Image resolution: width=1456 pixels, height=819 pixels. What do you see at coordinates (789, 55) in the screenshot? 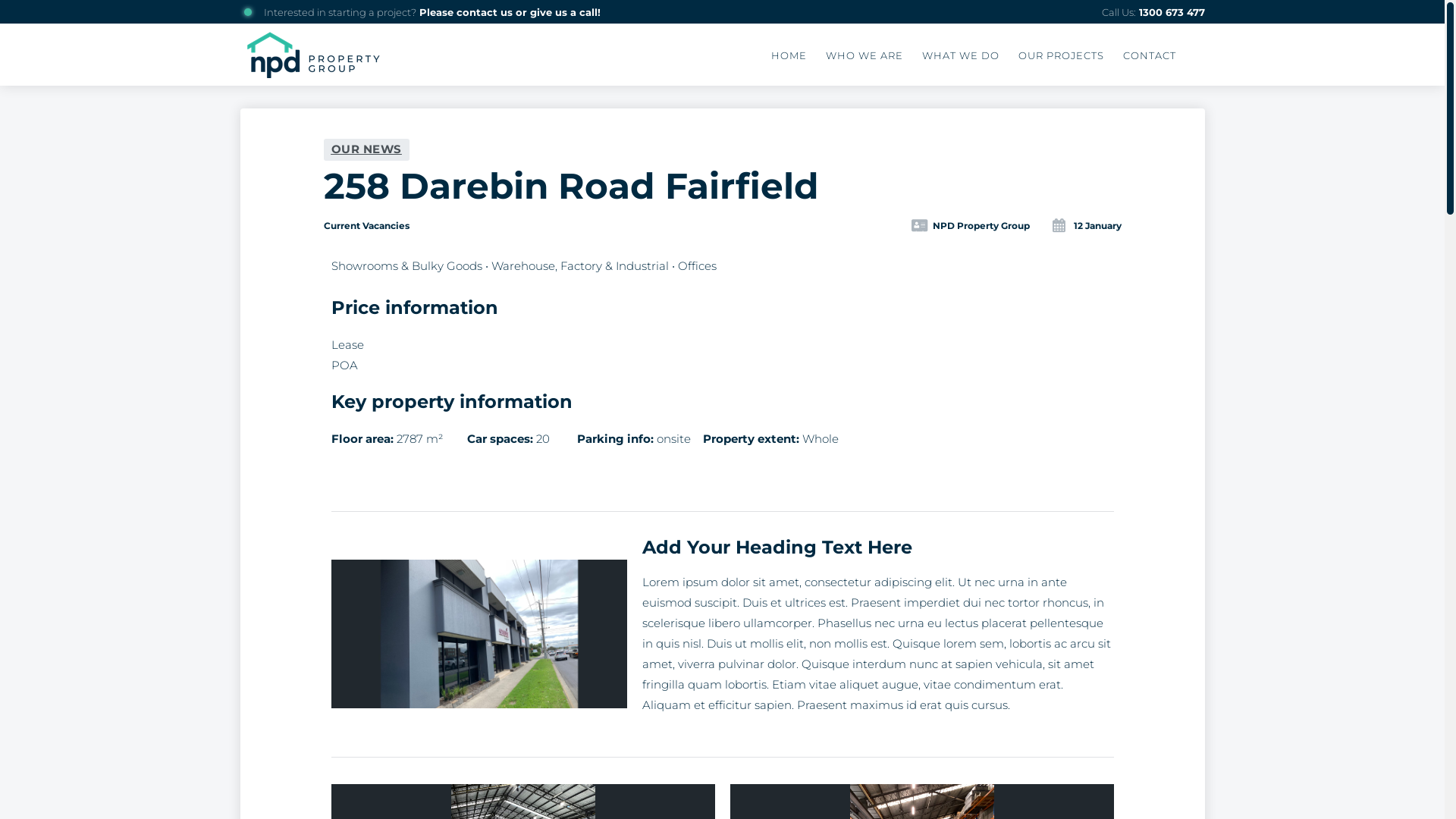
I see `'HOME'` at bounding box center [789, 55].